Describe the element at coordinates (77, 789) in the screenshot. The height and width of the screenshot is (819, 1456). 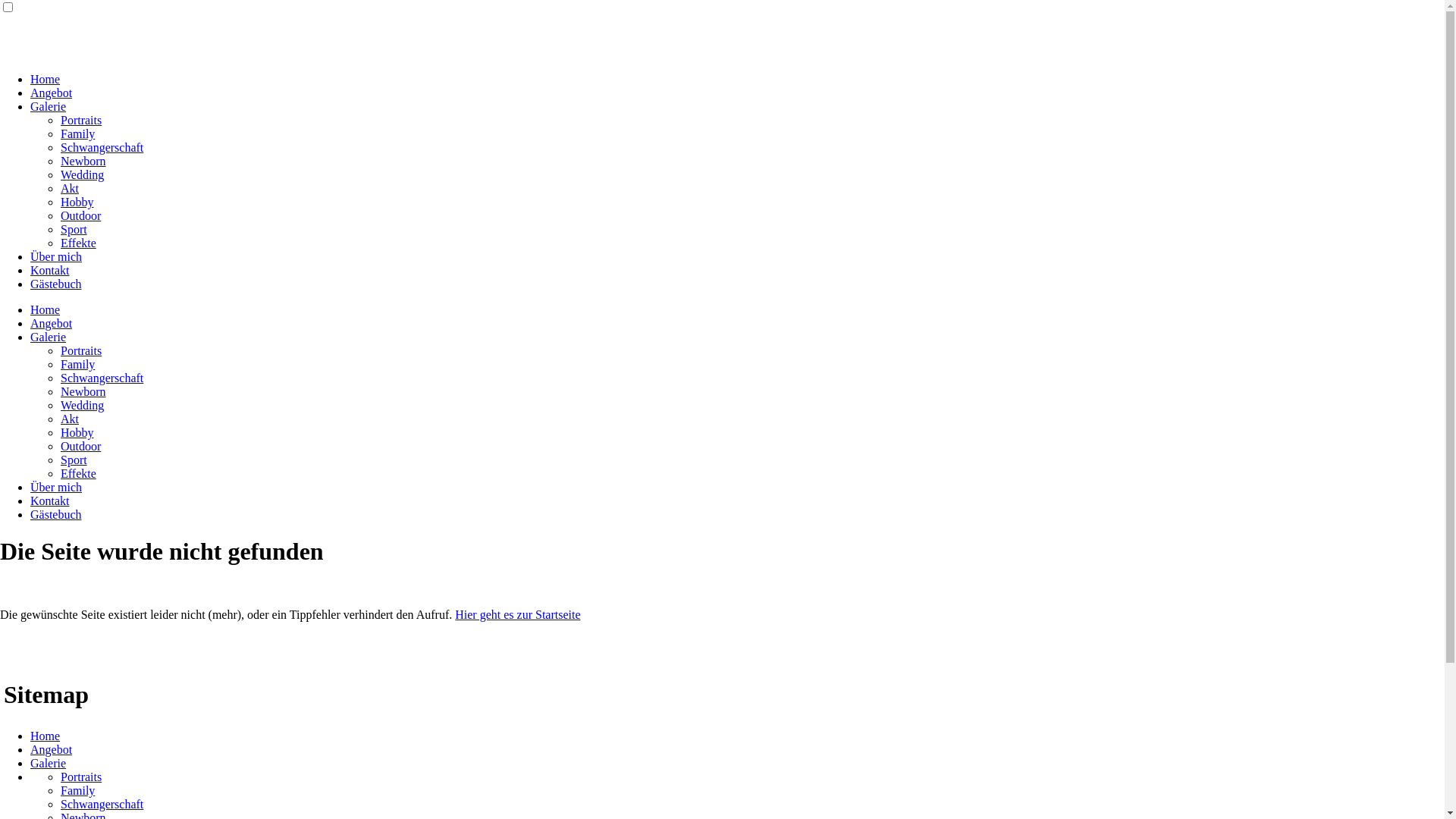
I see `'Family'` at that location.